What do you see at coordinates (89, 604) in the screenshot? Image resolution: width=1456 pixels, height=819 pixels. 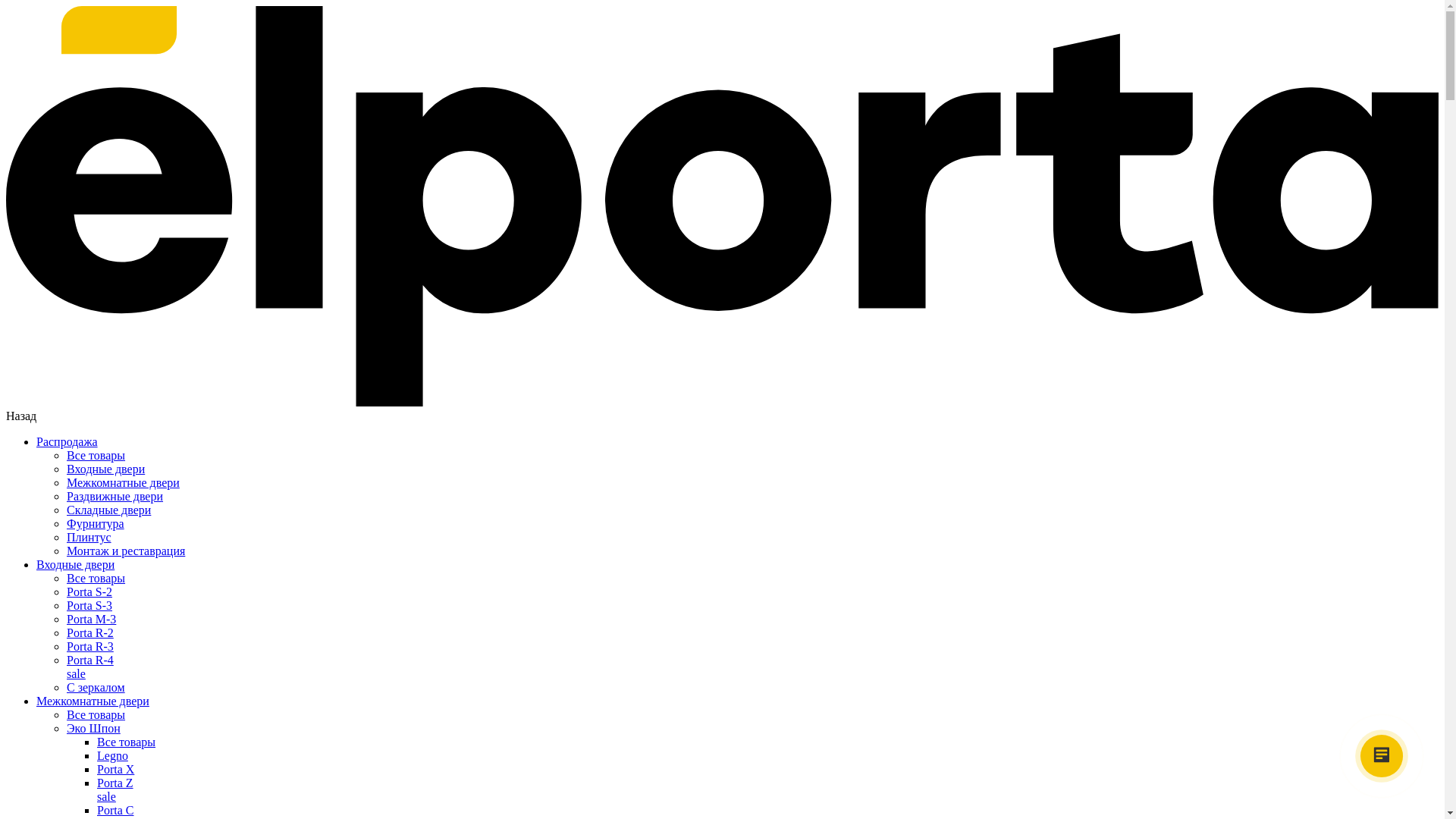 I see `'Porta S-3'` at bounding box center [89, 604].